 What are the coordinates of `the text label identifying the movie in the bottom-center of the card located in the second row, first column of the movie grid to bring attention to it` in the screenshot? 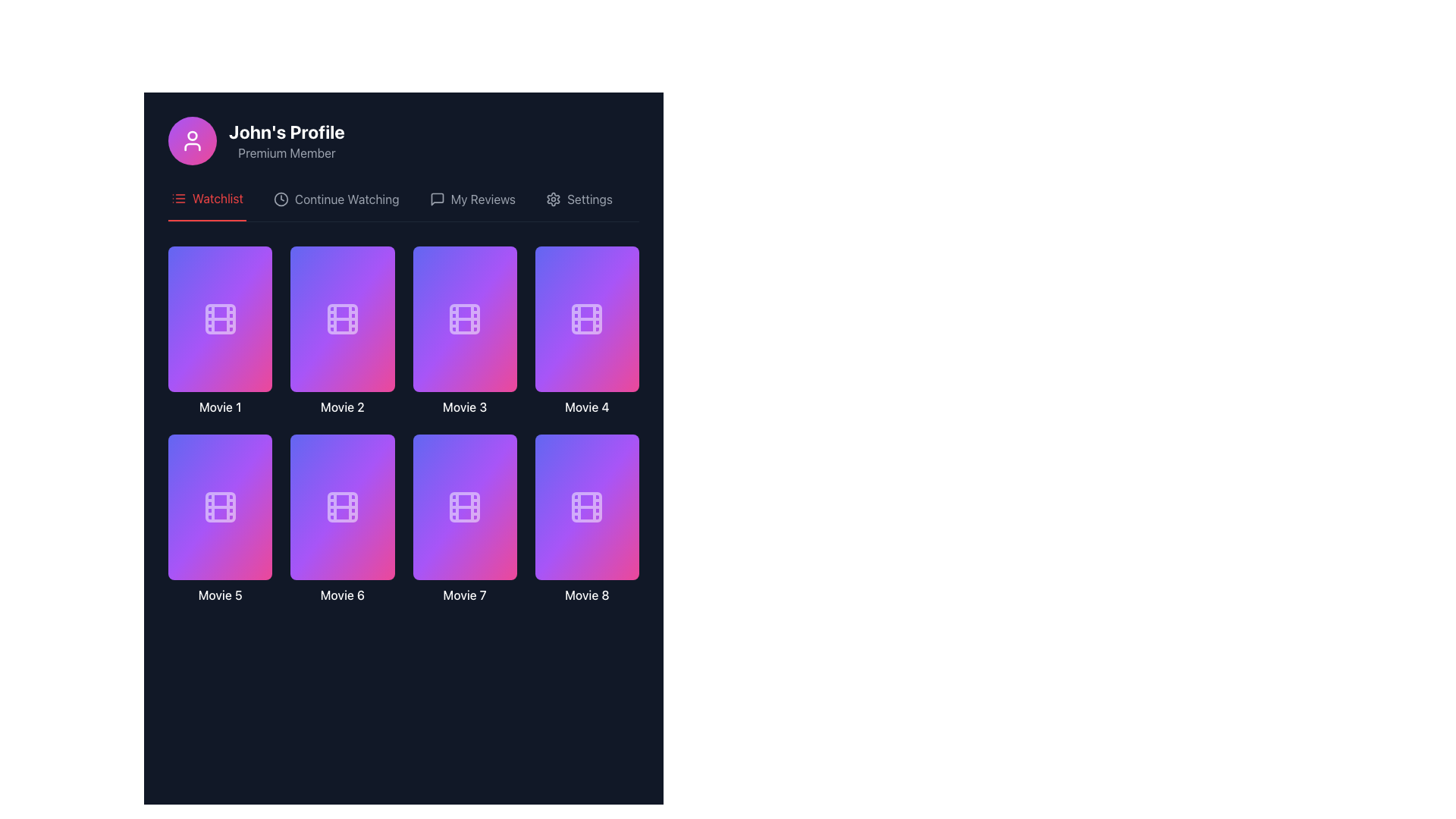 It's located at (464, 406).